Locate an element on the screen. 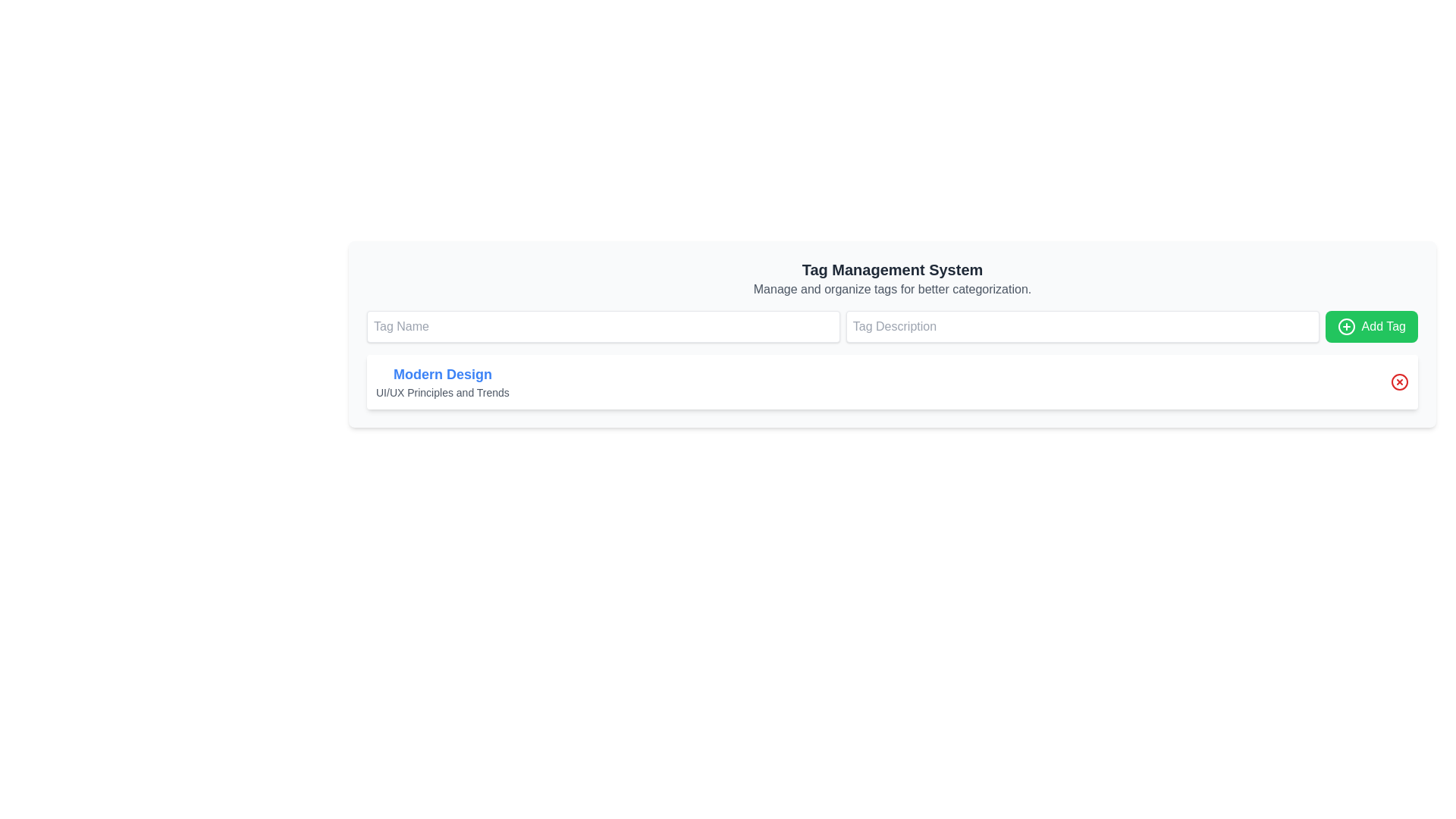 Image resolution: width=1456 pixels, height=819 pixels. the static text block displaying 'Modern Design' and 'UI/UX Principles and Trends', which is located near the top-middle of the 'Tag Management System' module is located at coordinates (441, 381).